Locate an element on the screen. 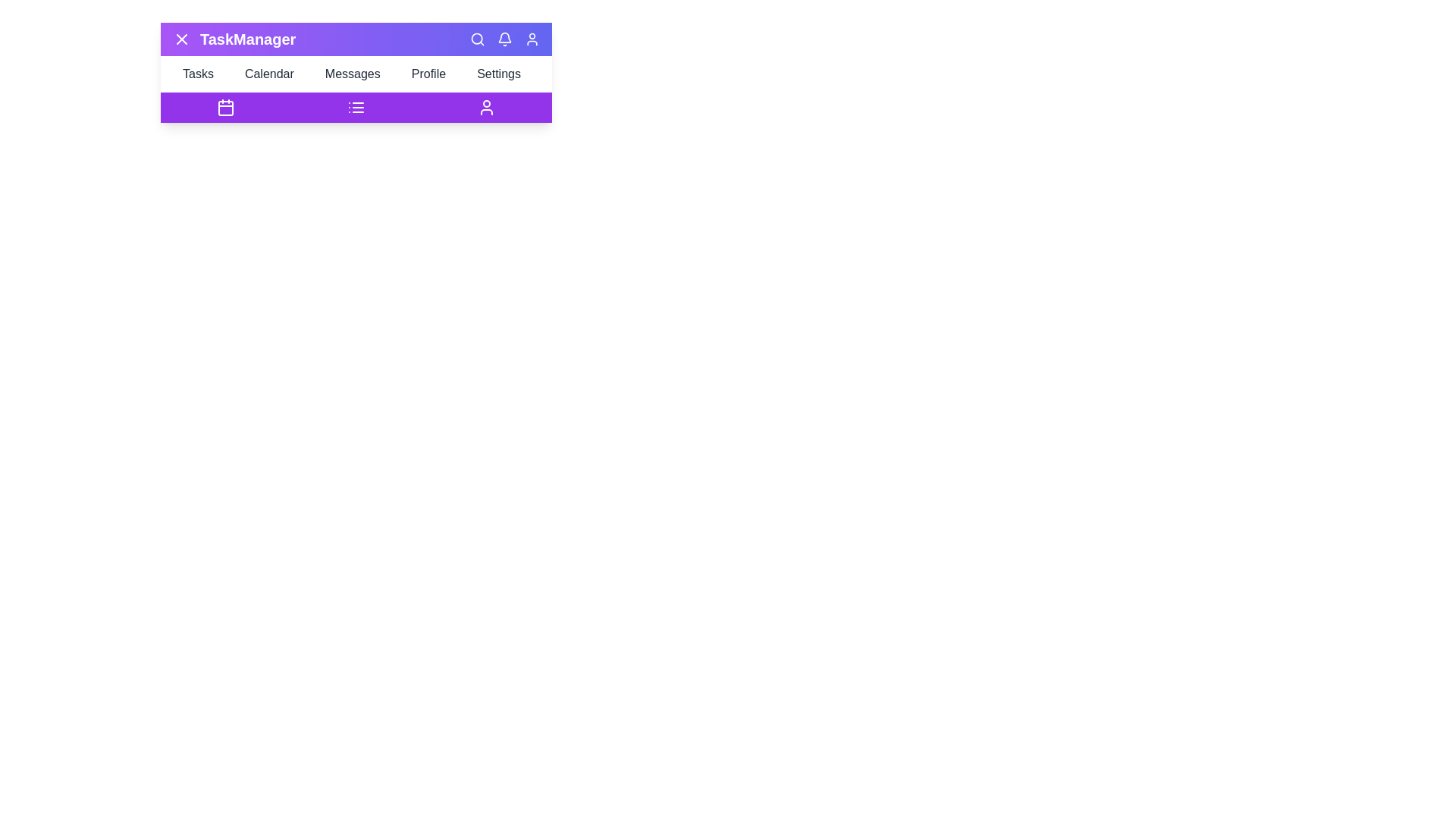  the Messages from the navigation bar is located at coordinates (356, 74).